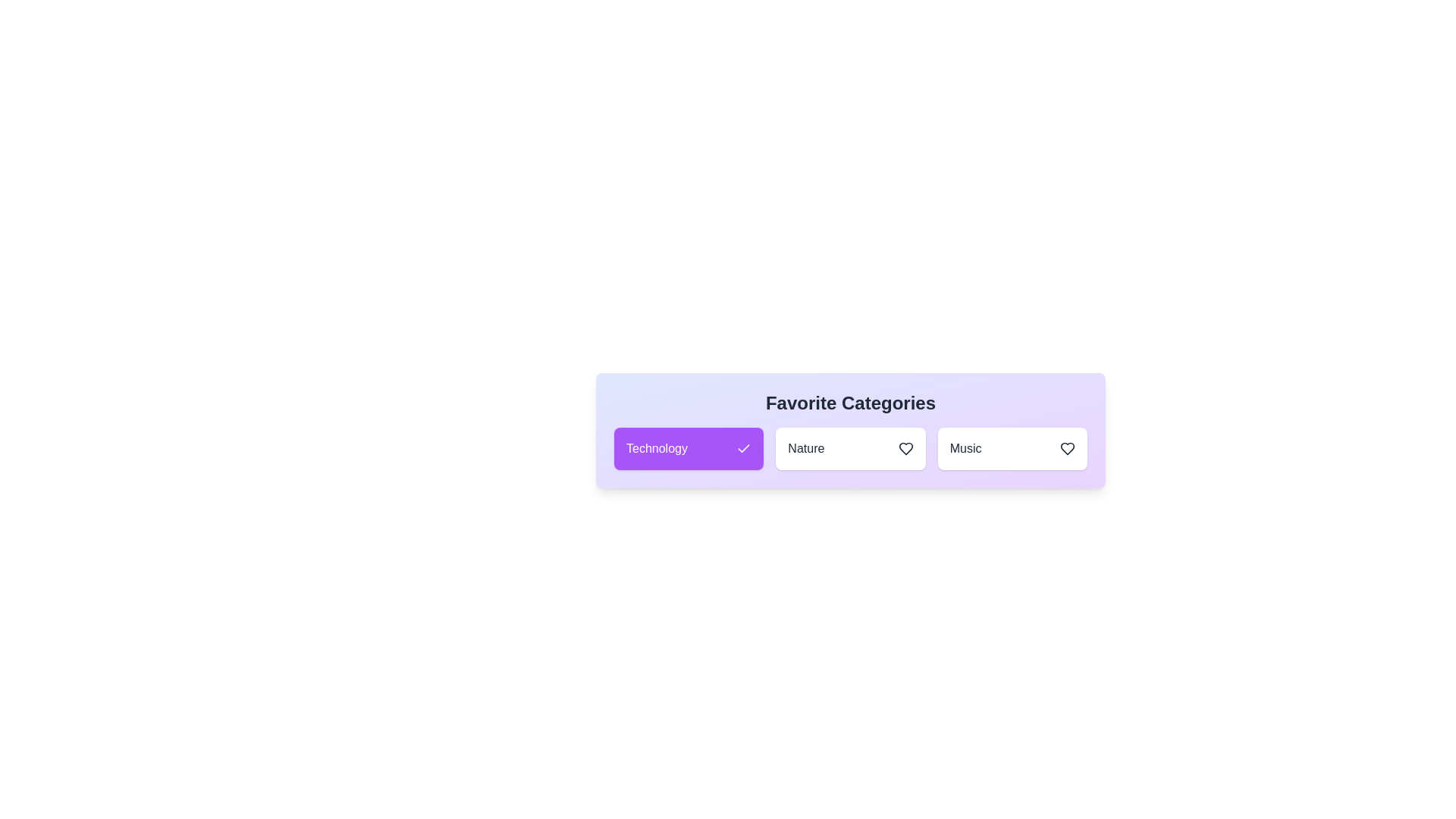  Describe the element at coordinates (851, 447) in the screenshot. I see `the category Nature to observe its hover effect` at that location.